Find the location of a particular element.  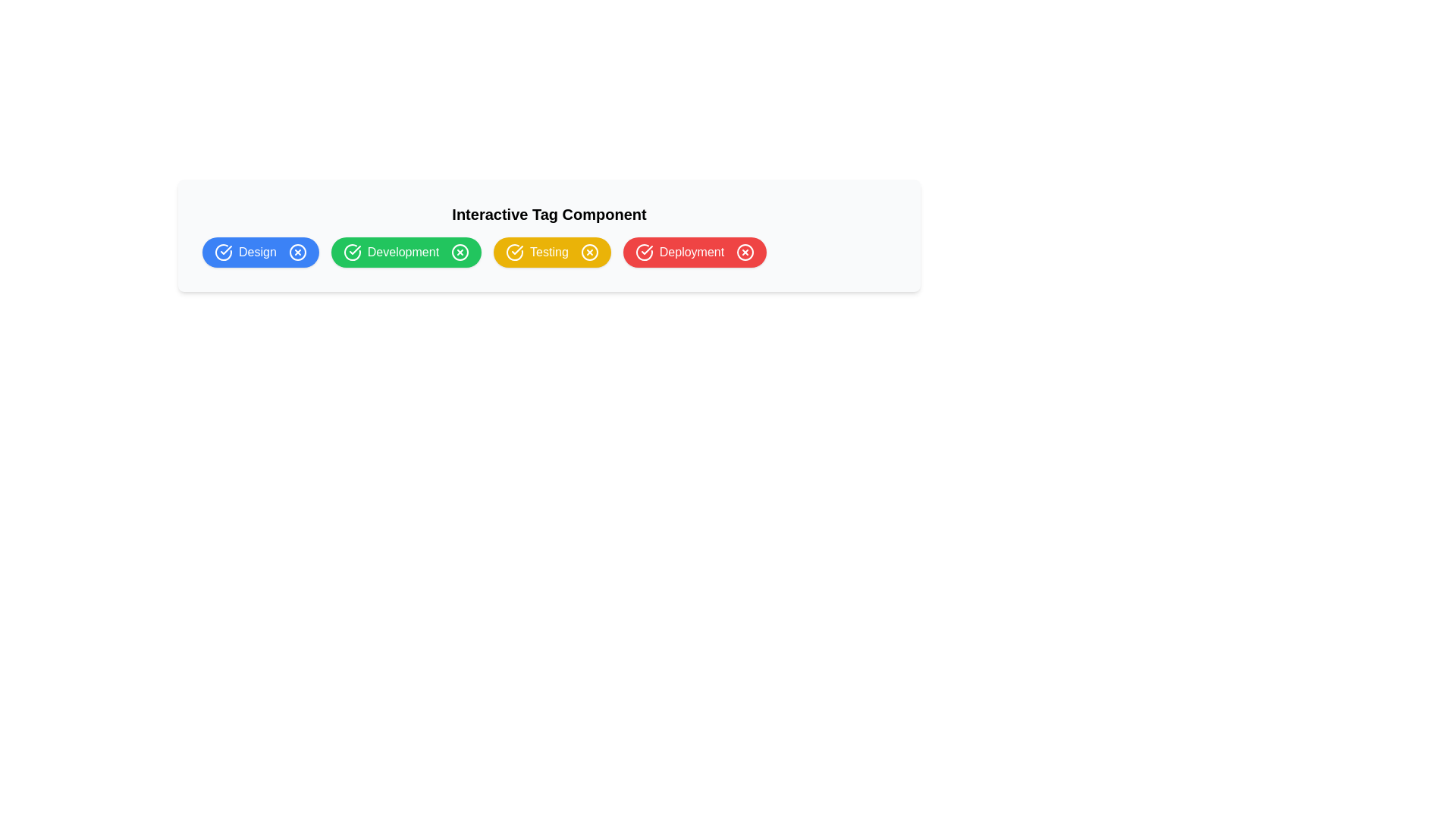

the circular icon with an 'X' inside the blue 'Design' button is located at coordinates (297, 251).